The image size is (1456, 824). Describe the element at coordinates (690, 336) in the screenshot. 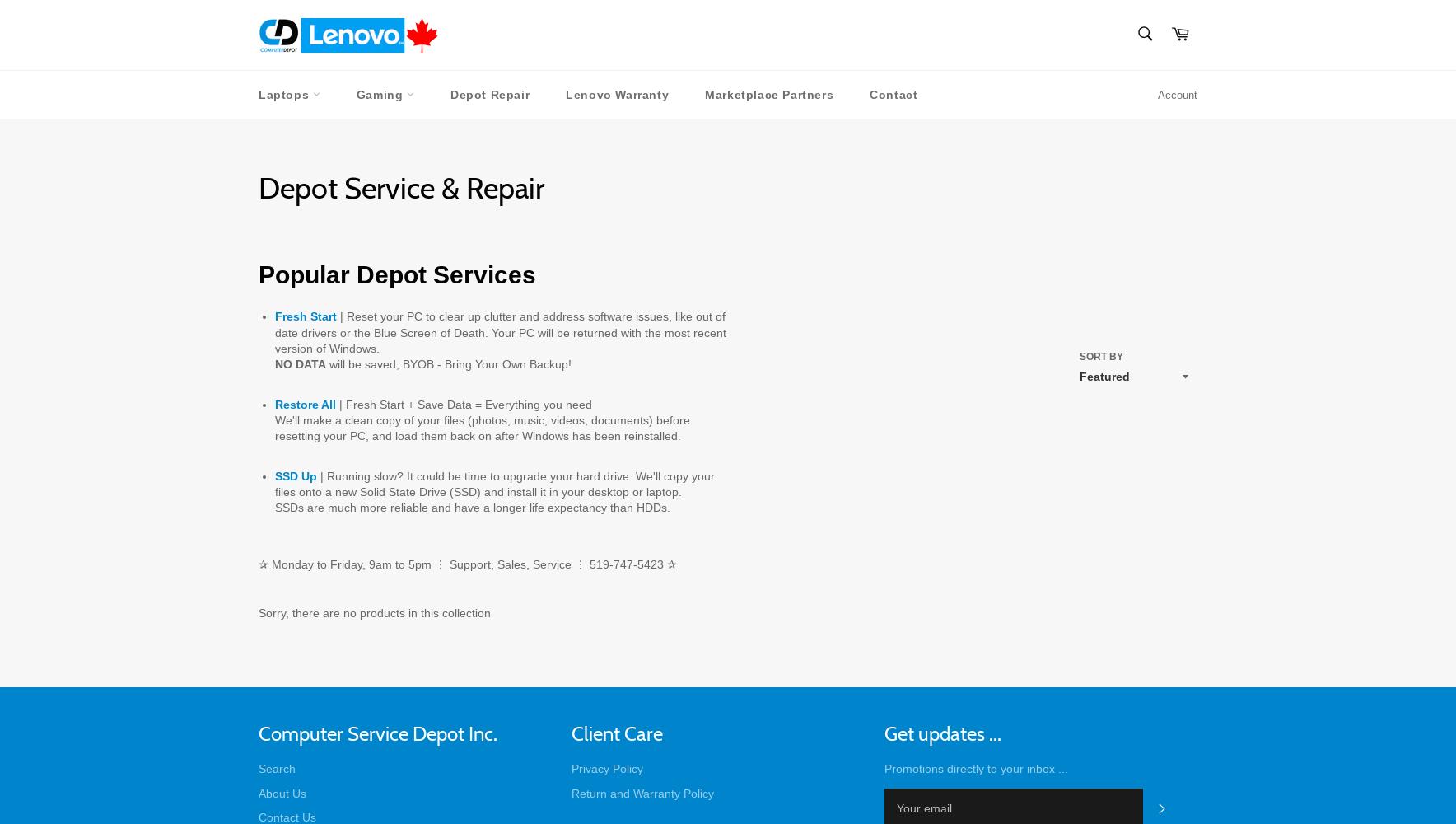

I see `'$2,113'` at that location.